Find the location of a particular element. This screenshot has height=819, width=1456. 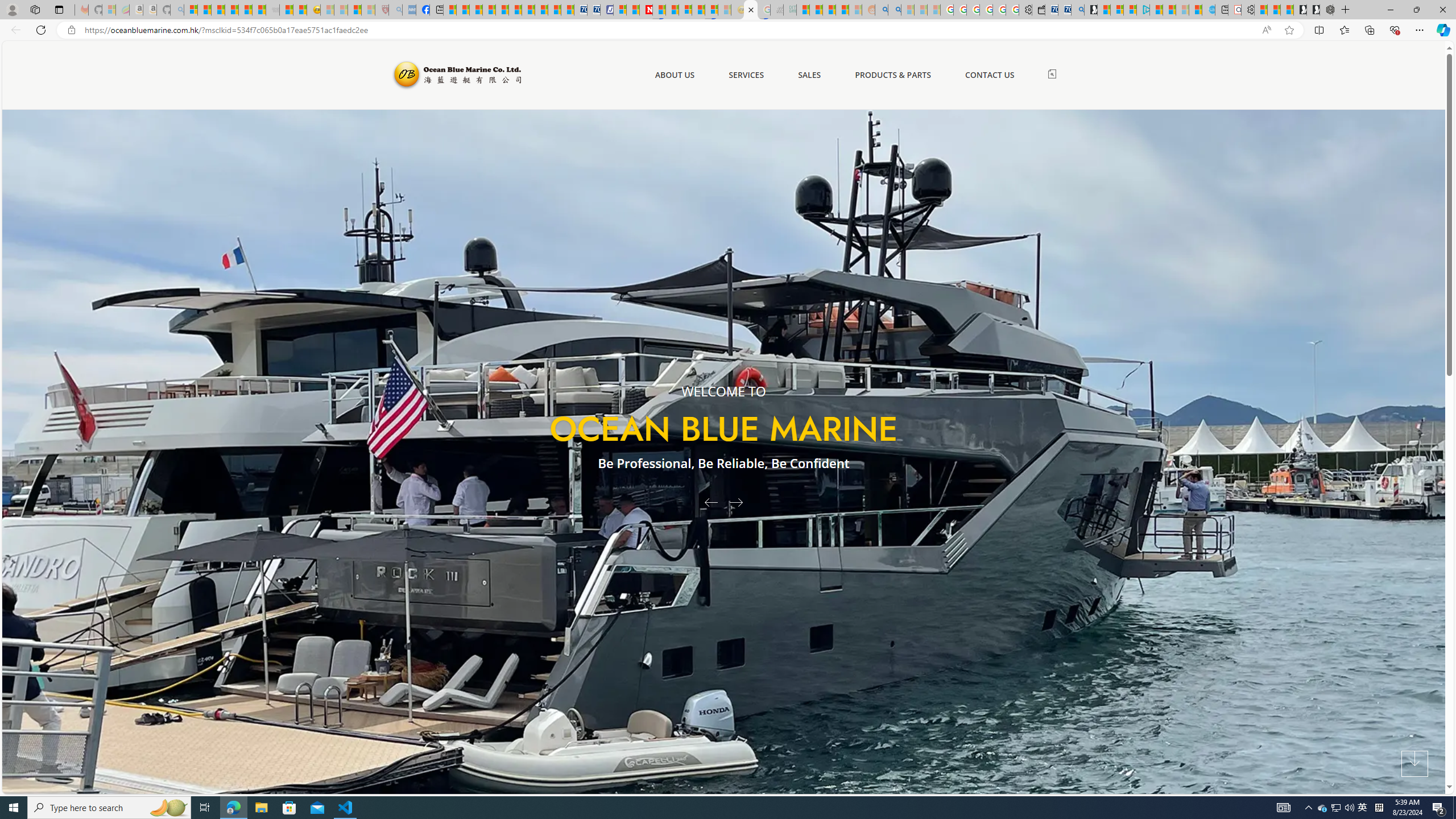

'CONTACT US' is located at coordinates (990, 74).